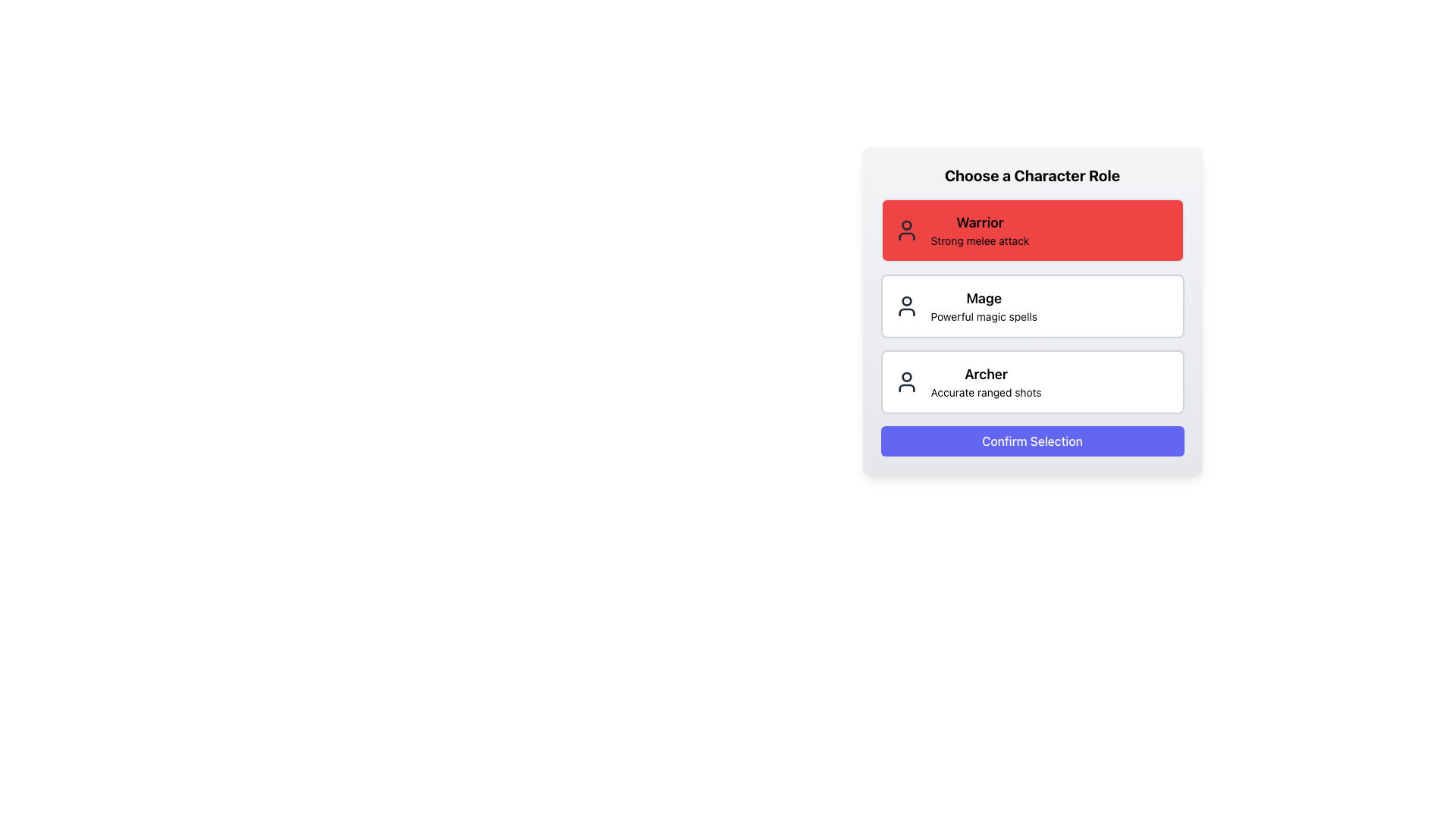 This screenshot has height=819, width=1456. I want to click on the 'Warrior' Text Label, so click(979, 222).